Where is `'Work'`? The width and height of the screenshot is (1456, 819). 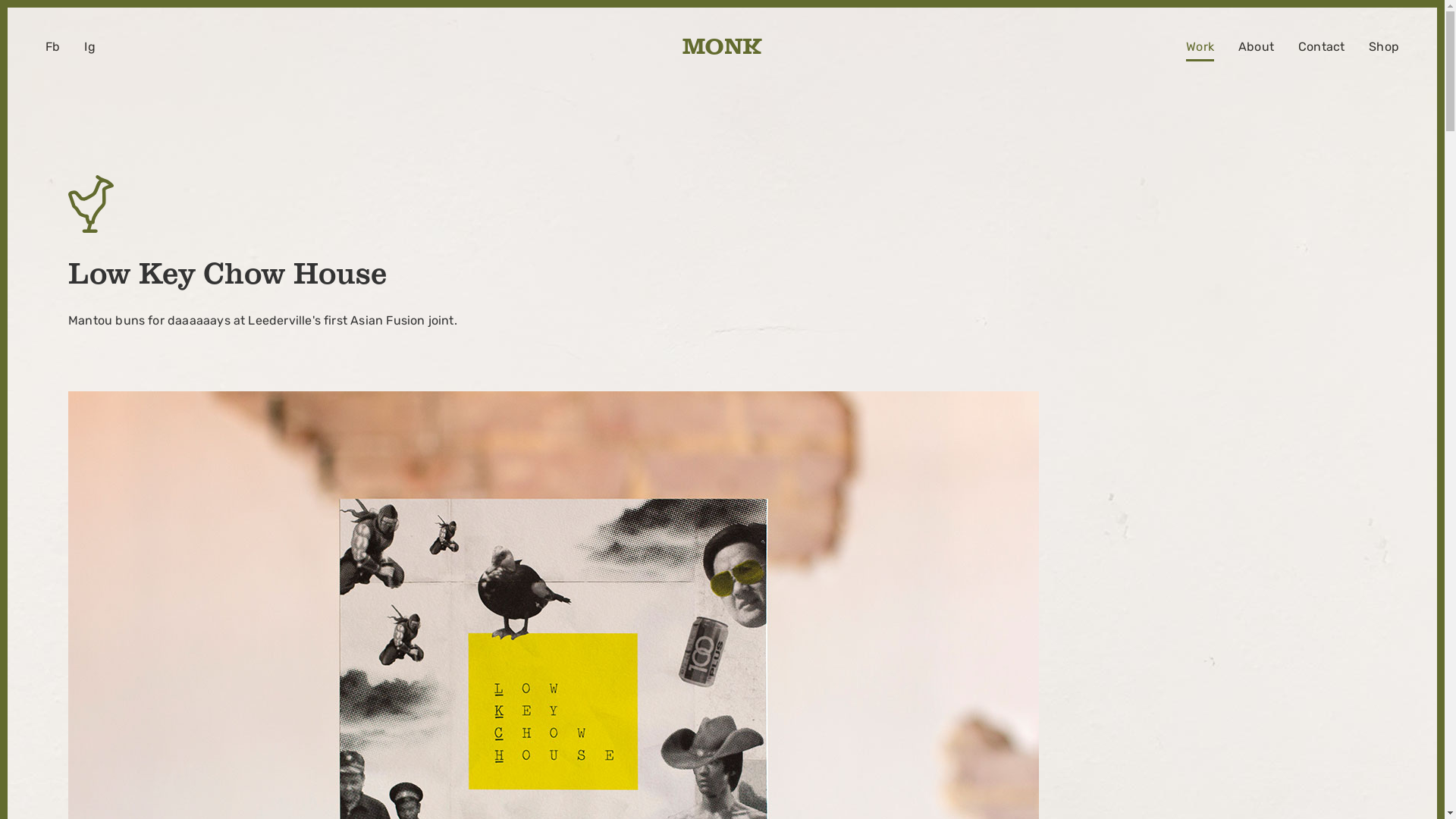
'Work' is located at coordinates (1185, 49).